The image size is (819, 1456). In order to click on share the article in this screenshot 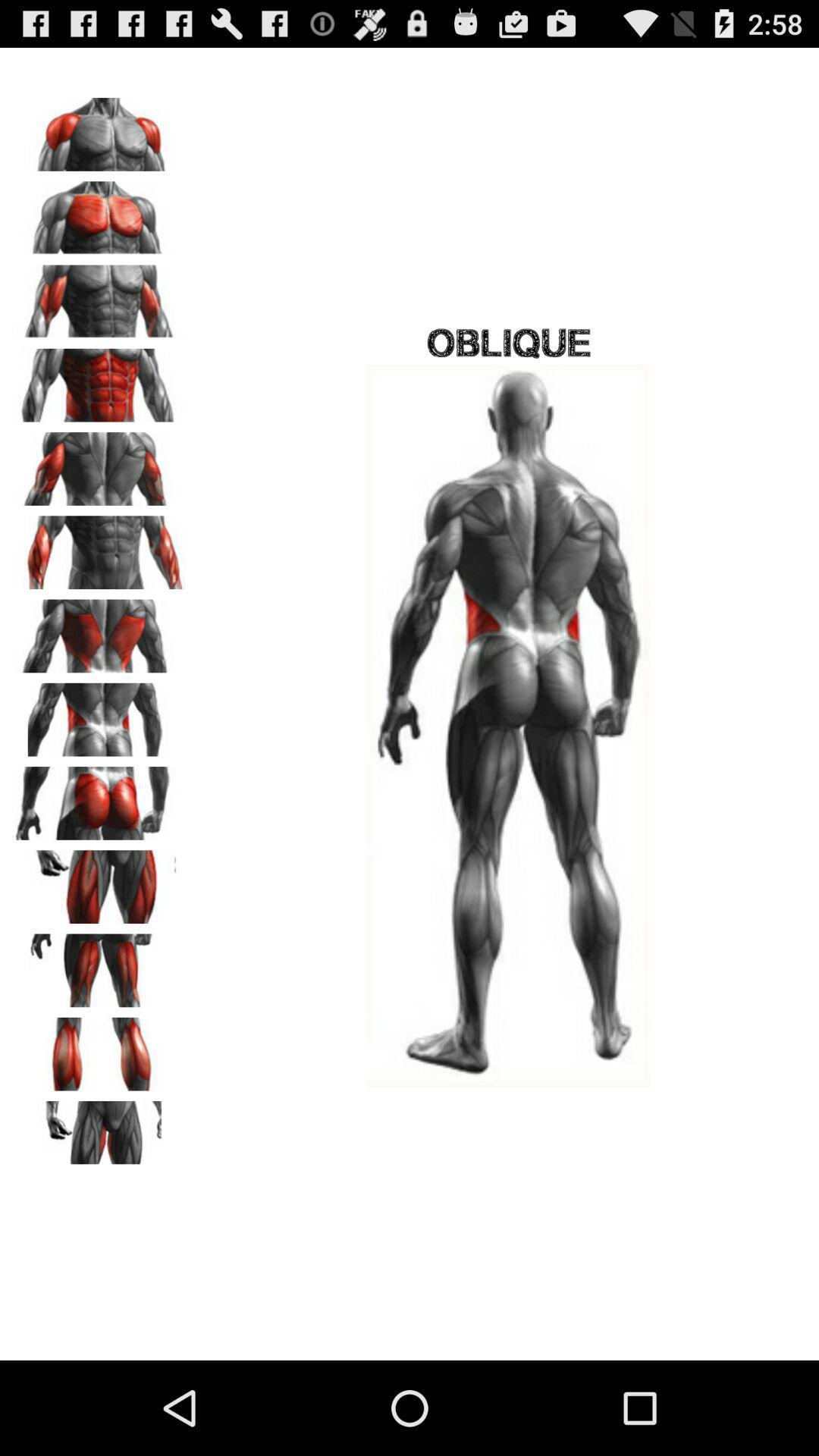, I will do `click(99, 881)`.